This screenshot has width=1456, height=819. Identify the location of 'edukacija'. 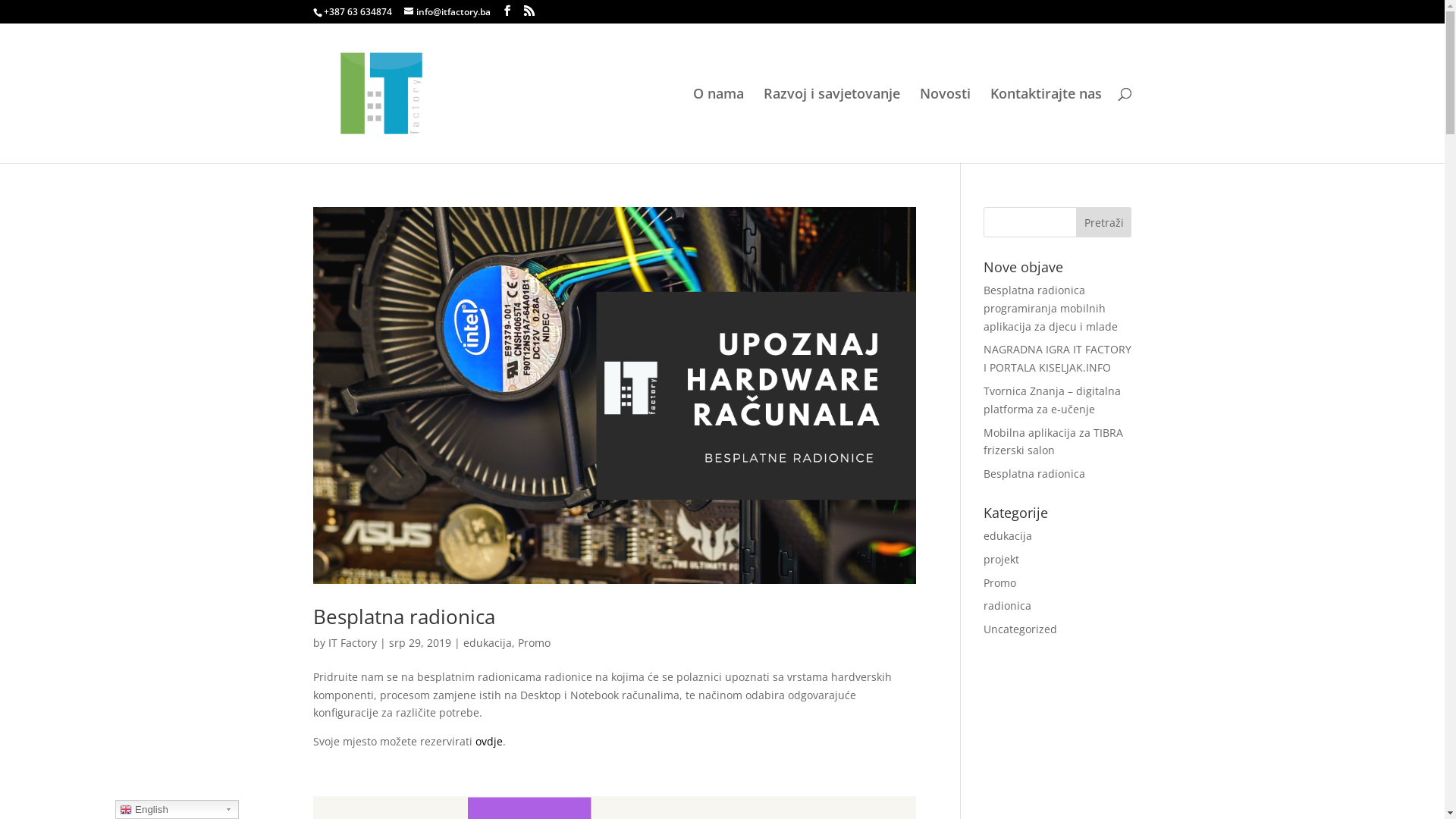
(1008, 535).